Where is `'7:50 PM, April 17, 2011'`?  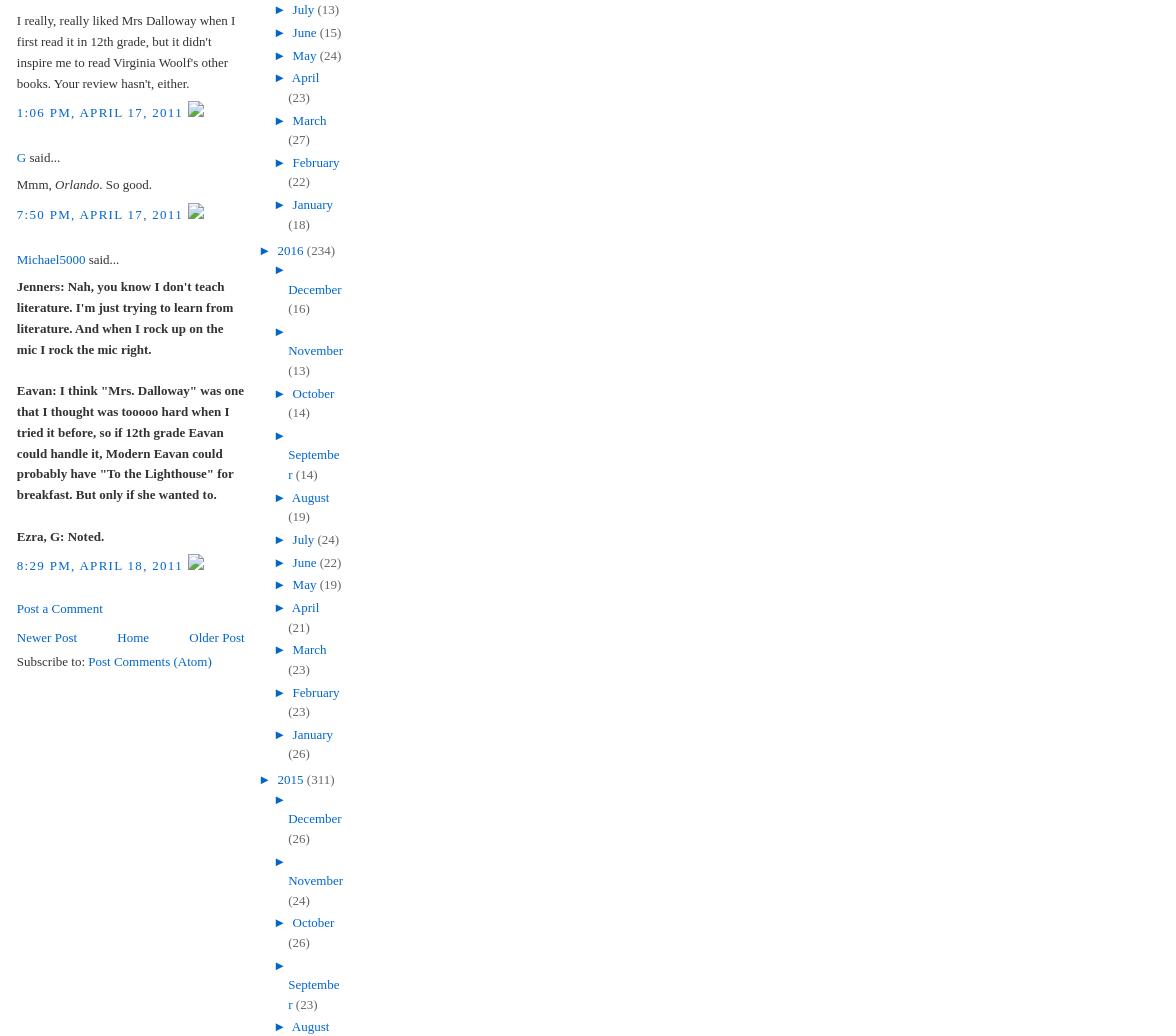 '7:50 PM, April 17, 2011' is located at coordinates (101, 213).